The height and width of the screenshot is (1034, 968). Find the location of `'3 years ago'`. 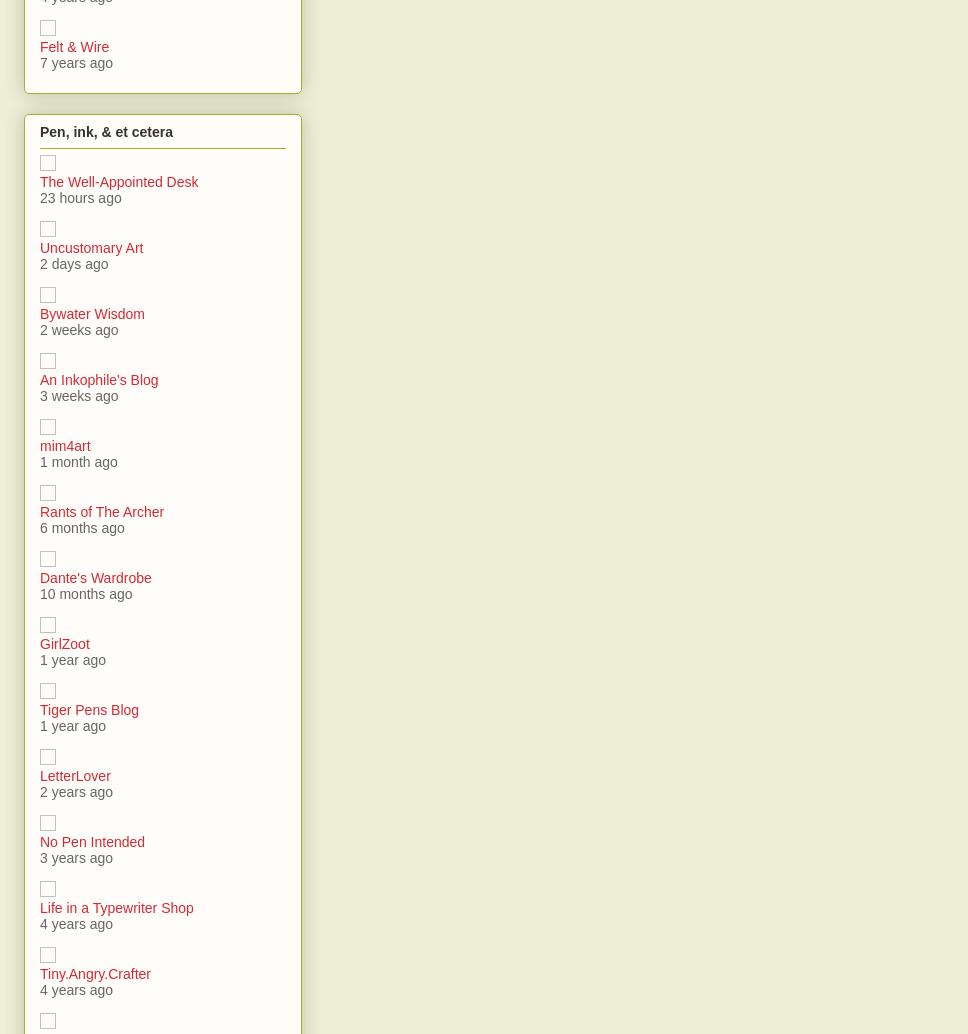

'3 years ago' is located at coordinates (75, 855).